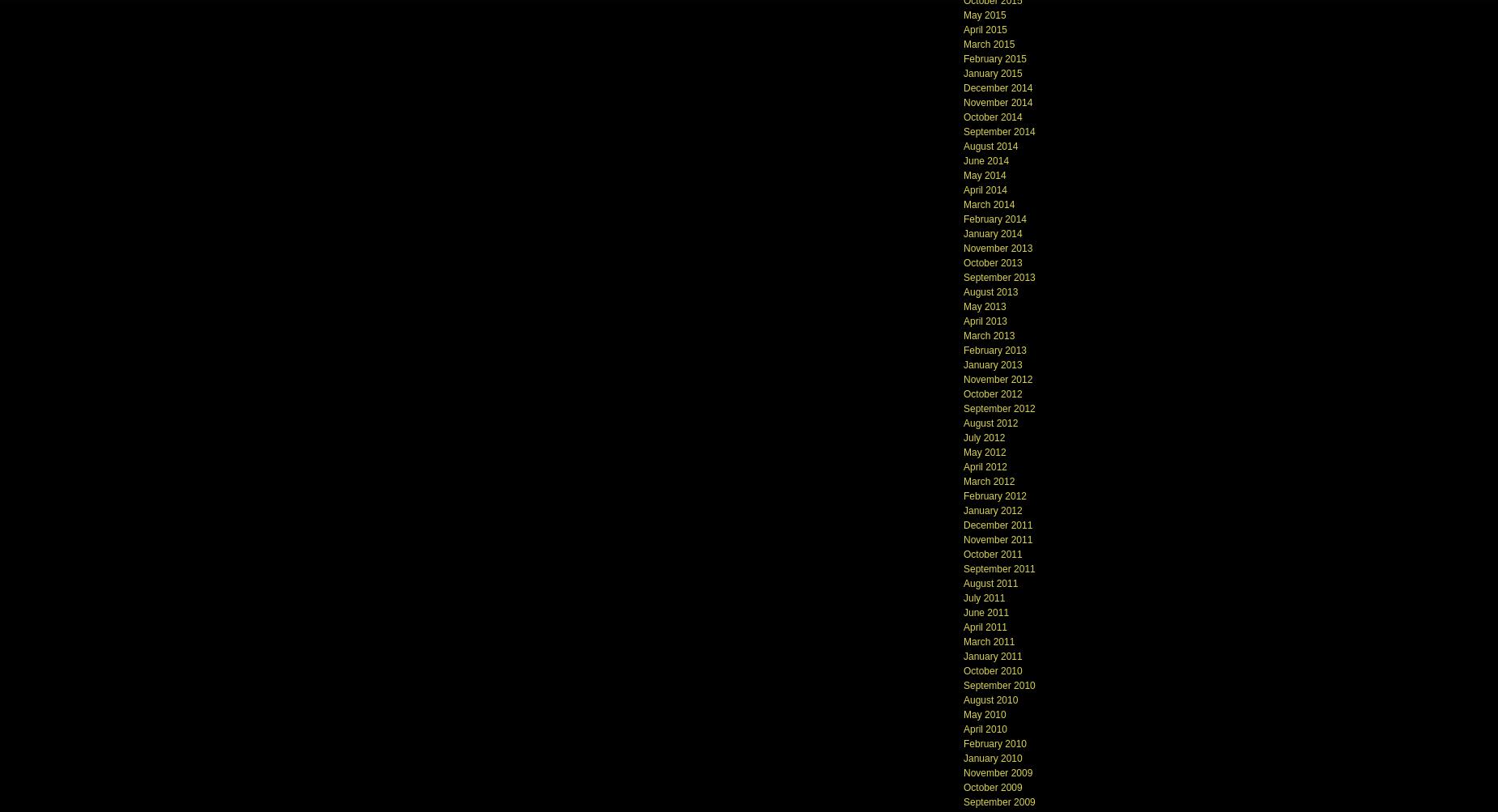  I want to click on 'June 2011', so click(985, 610).